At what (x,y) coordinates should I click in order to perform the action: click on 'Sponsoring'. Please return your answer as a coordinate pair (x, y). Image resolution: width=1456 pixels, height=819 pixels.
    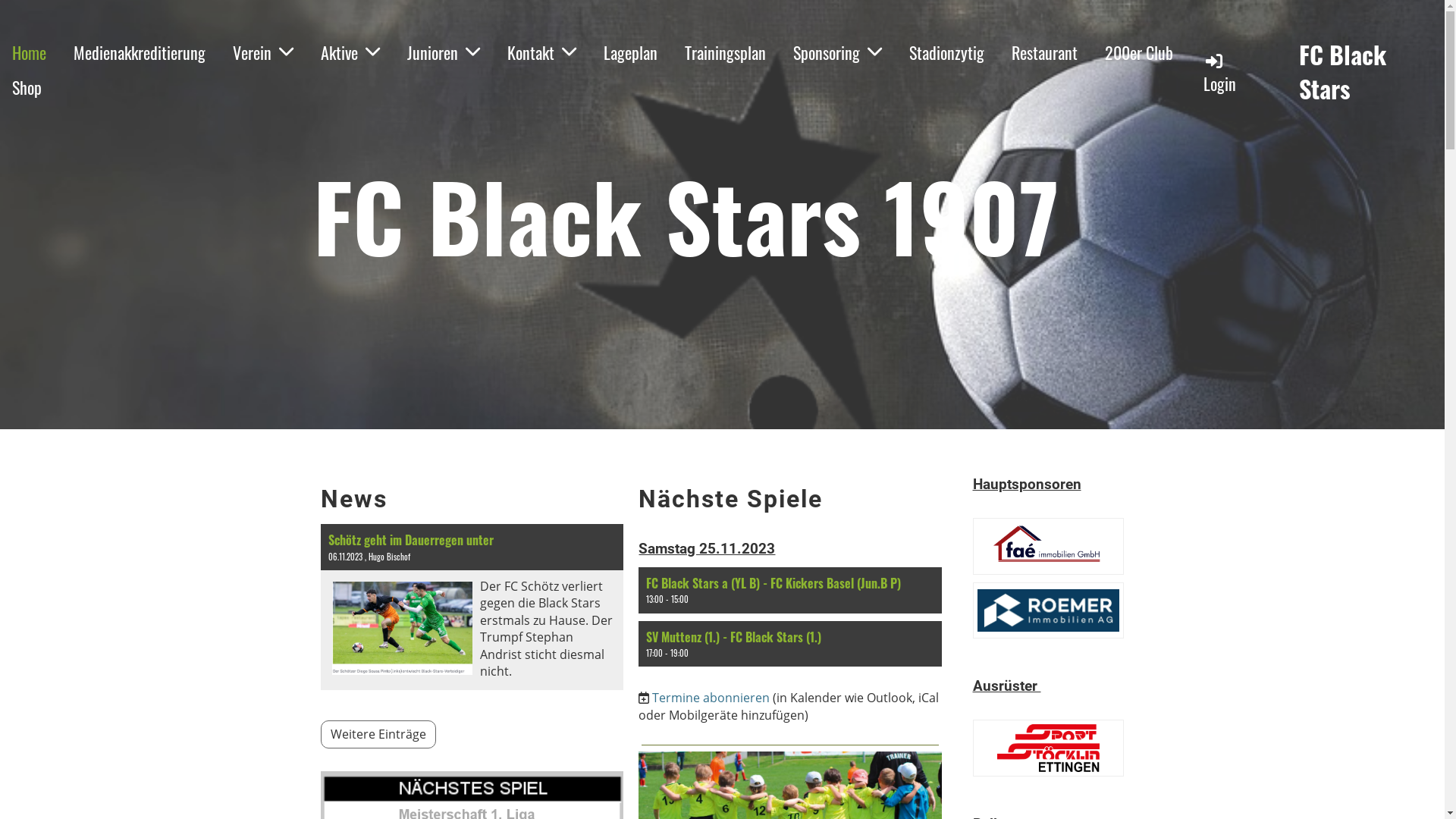
    Looking at the image, I should click on (781, 52).